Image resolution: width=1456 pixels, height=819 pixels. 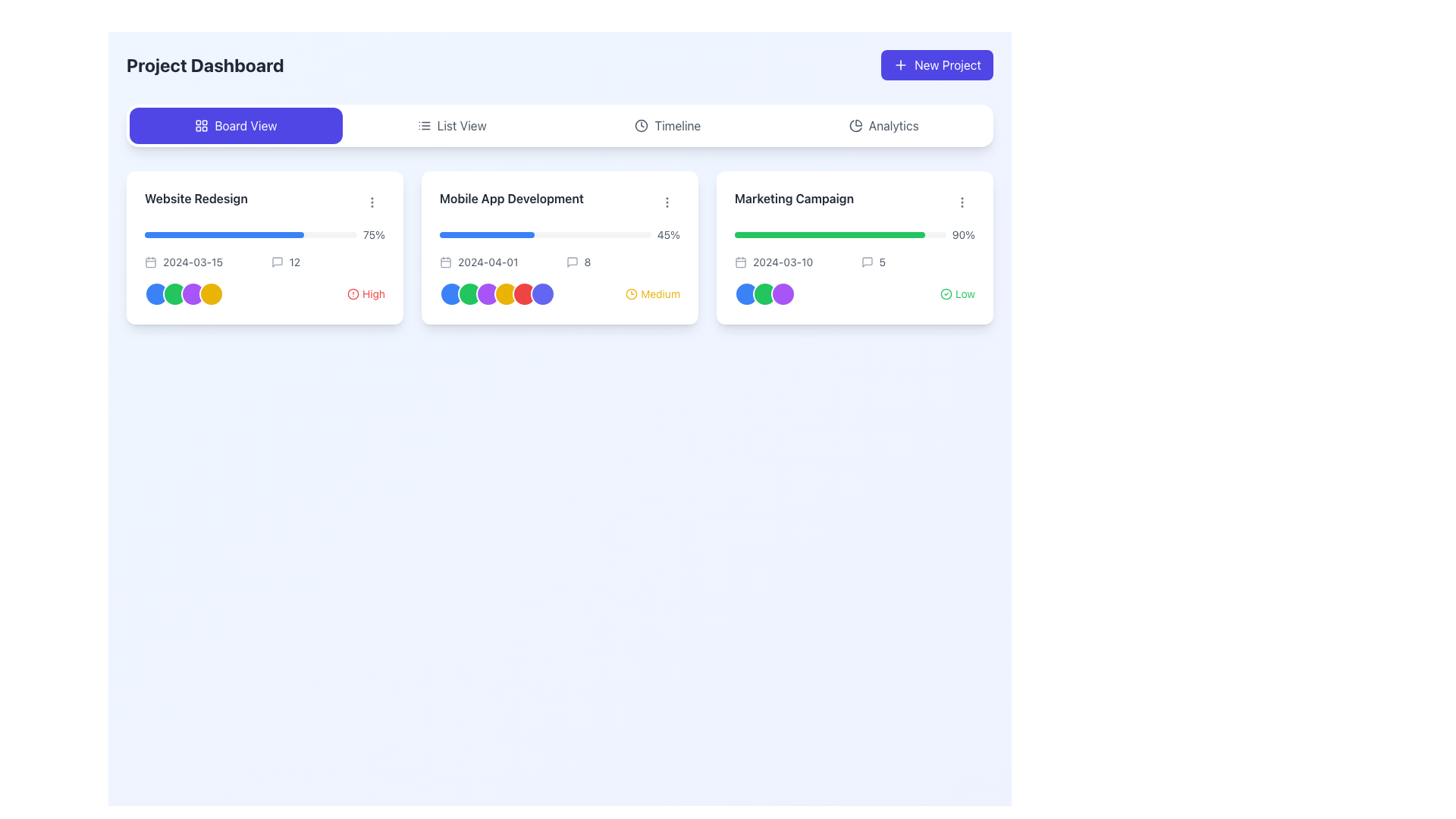 I want to click on the 'Medium' text label, which is styled in a small yellow font and located within the 'Mobile App Development' card, to the right of a clock icon, so click(x=661, y=294).